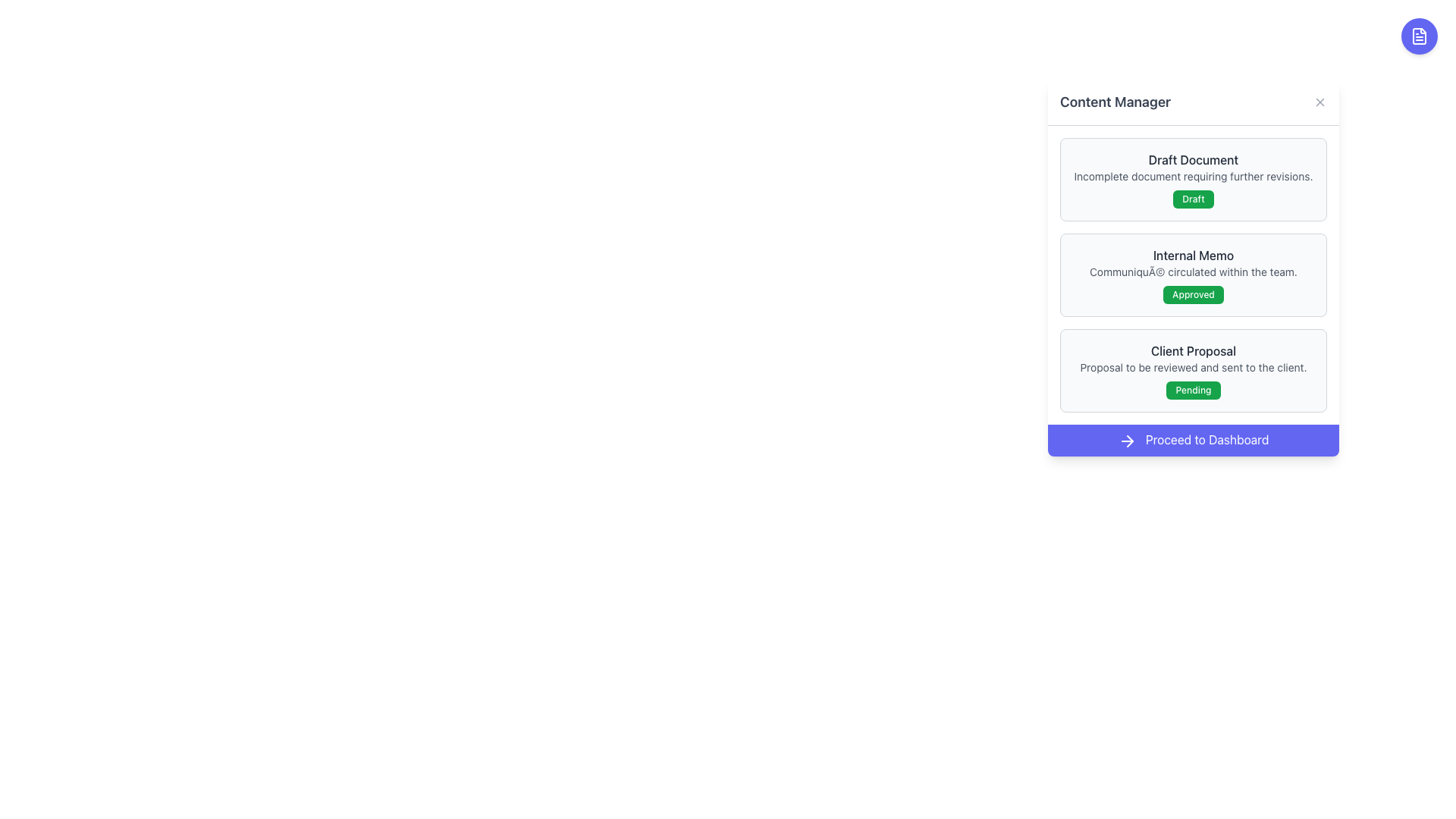 The width and height of the screenshot is (1456, 819). What do you see at coordinates (1193, 371) in the screenshot?
I see `contents of the Informational card, which is the third card in the vertical stack of three cards in the 'Content Manager' section` at bounding box center [1193, 371].